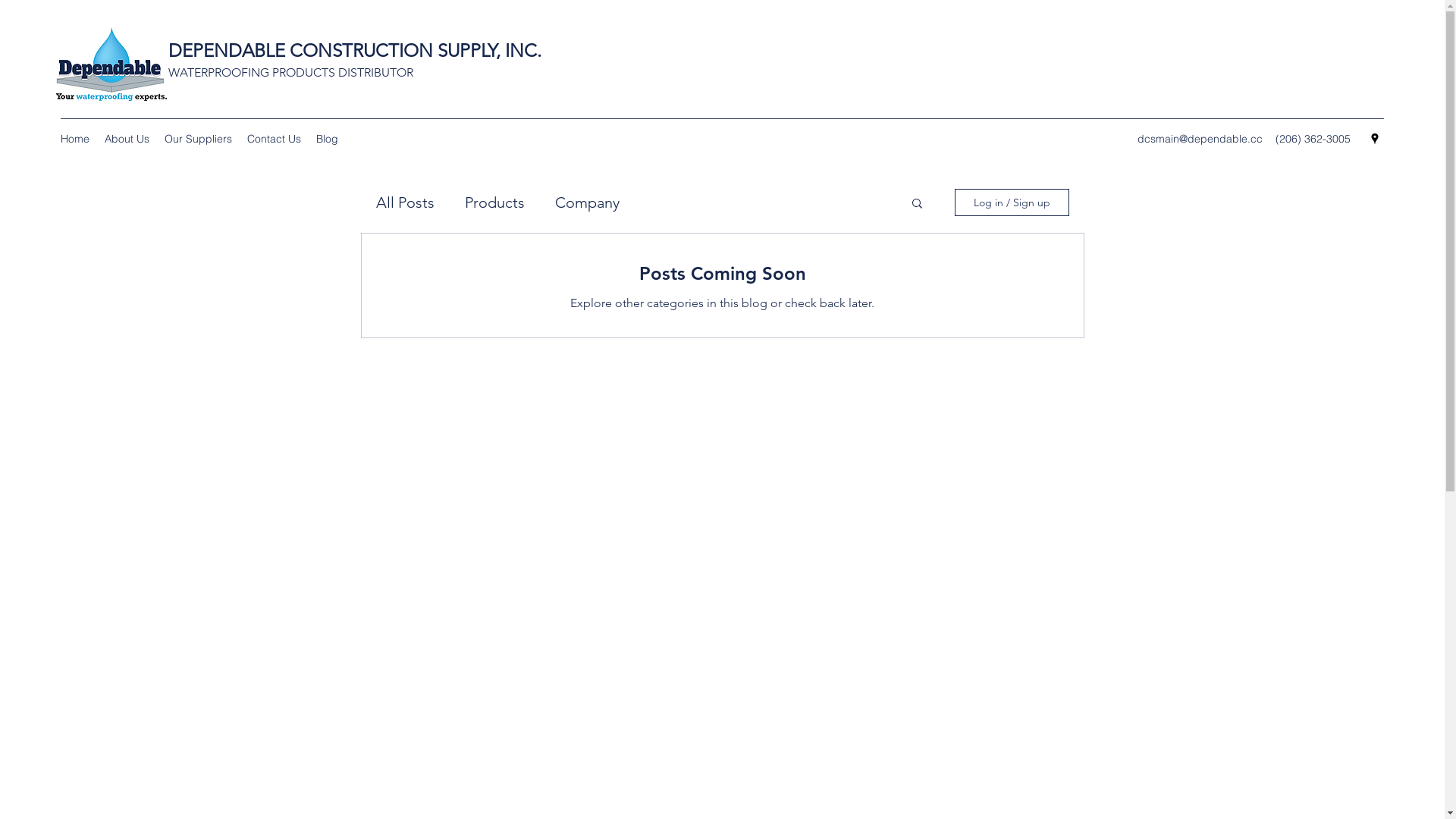  What do you see at coordinates (375, 201) in the screenshot?
I see `'All Posts'` at bounding box center [375, 201].